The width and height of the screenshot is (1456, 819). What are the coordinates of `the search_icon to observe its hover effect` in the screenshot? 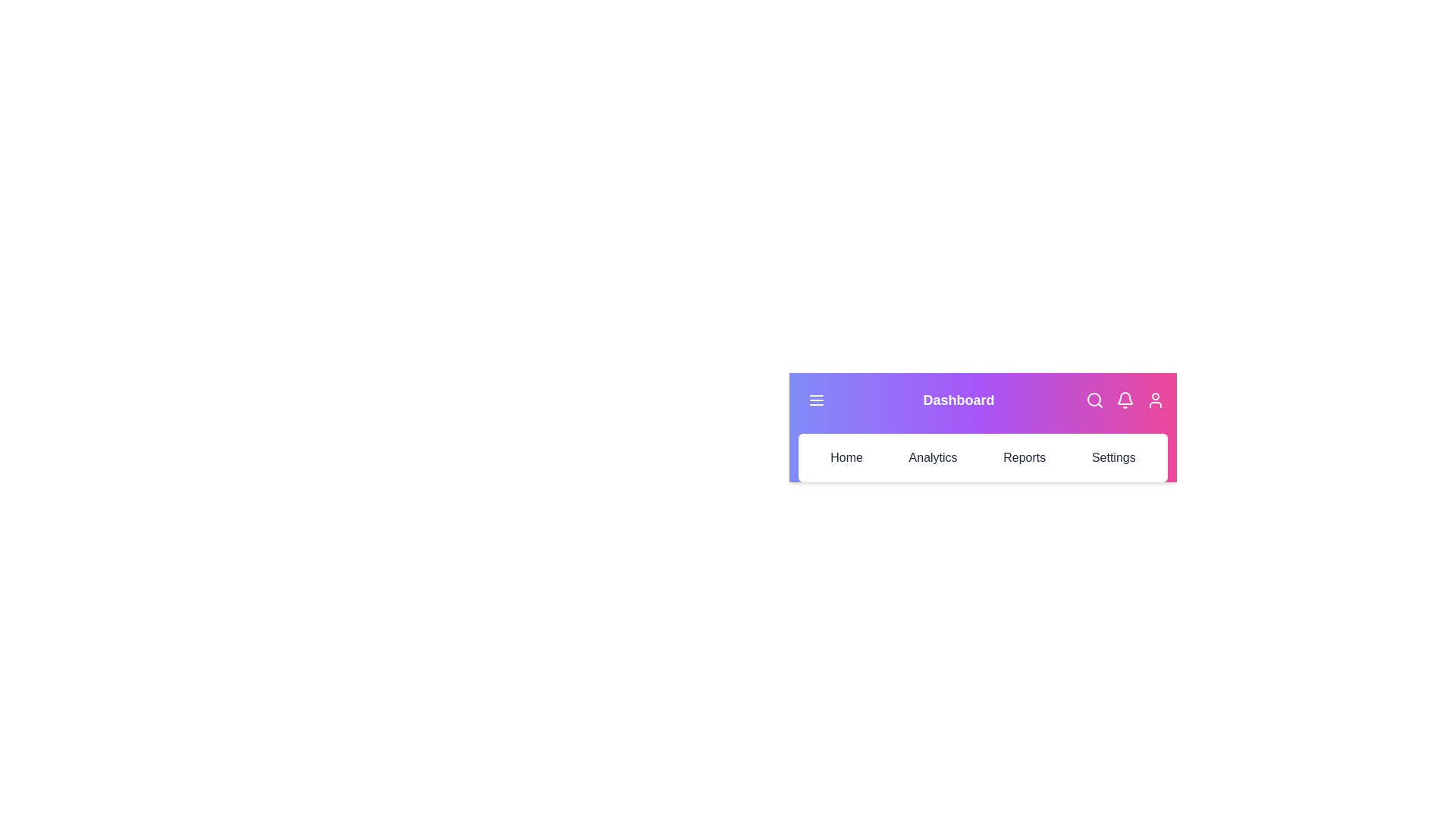 It's located at (1095, 400).